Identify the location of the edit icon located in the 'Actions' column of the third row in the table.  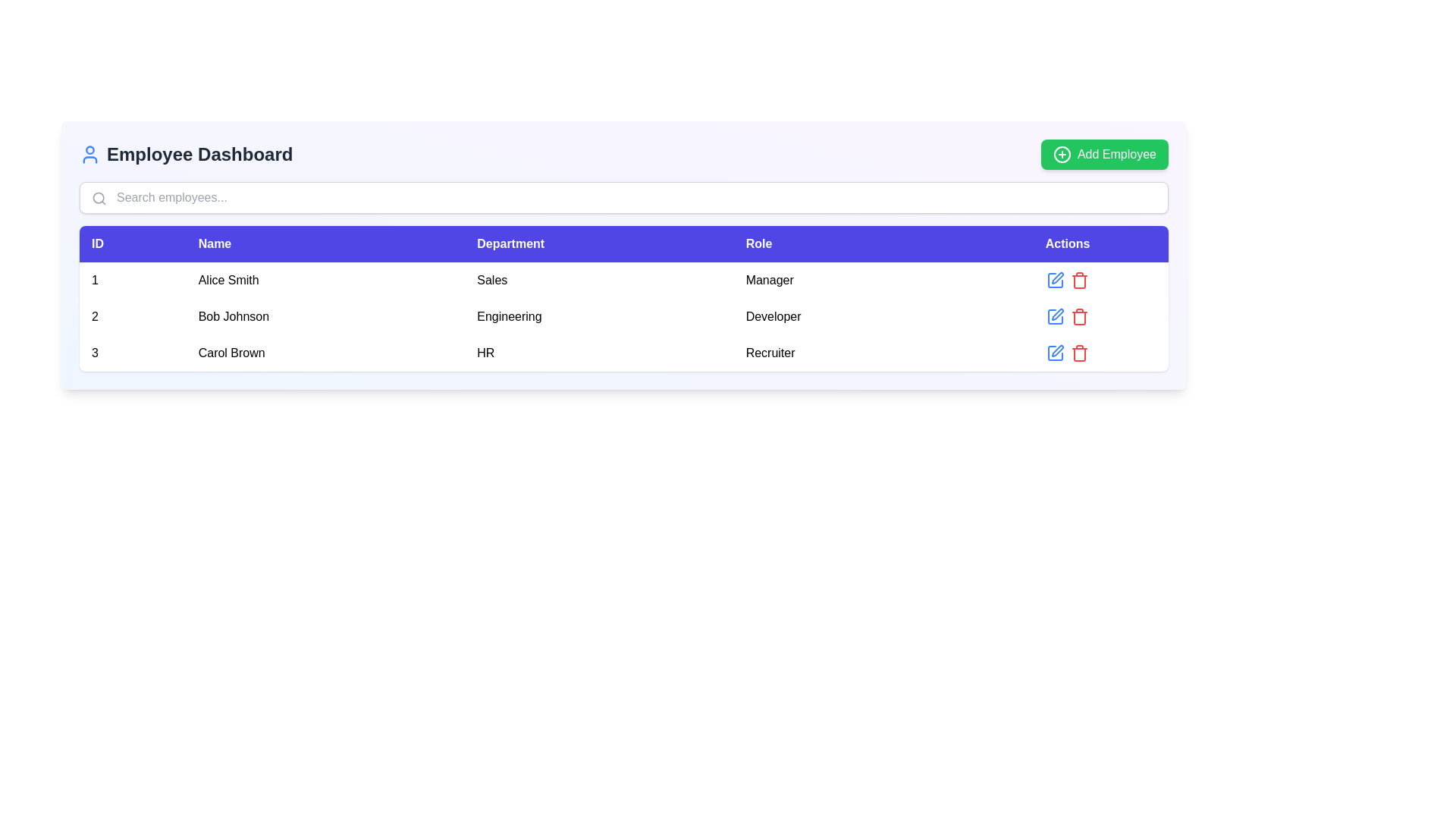
(1055, 353).